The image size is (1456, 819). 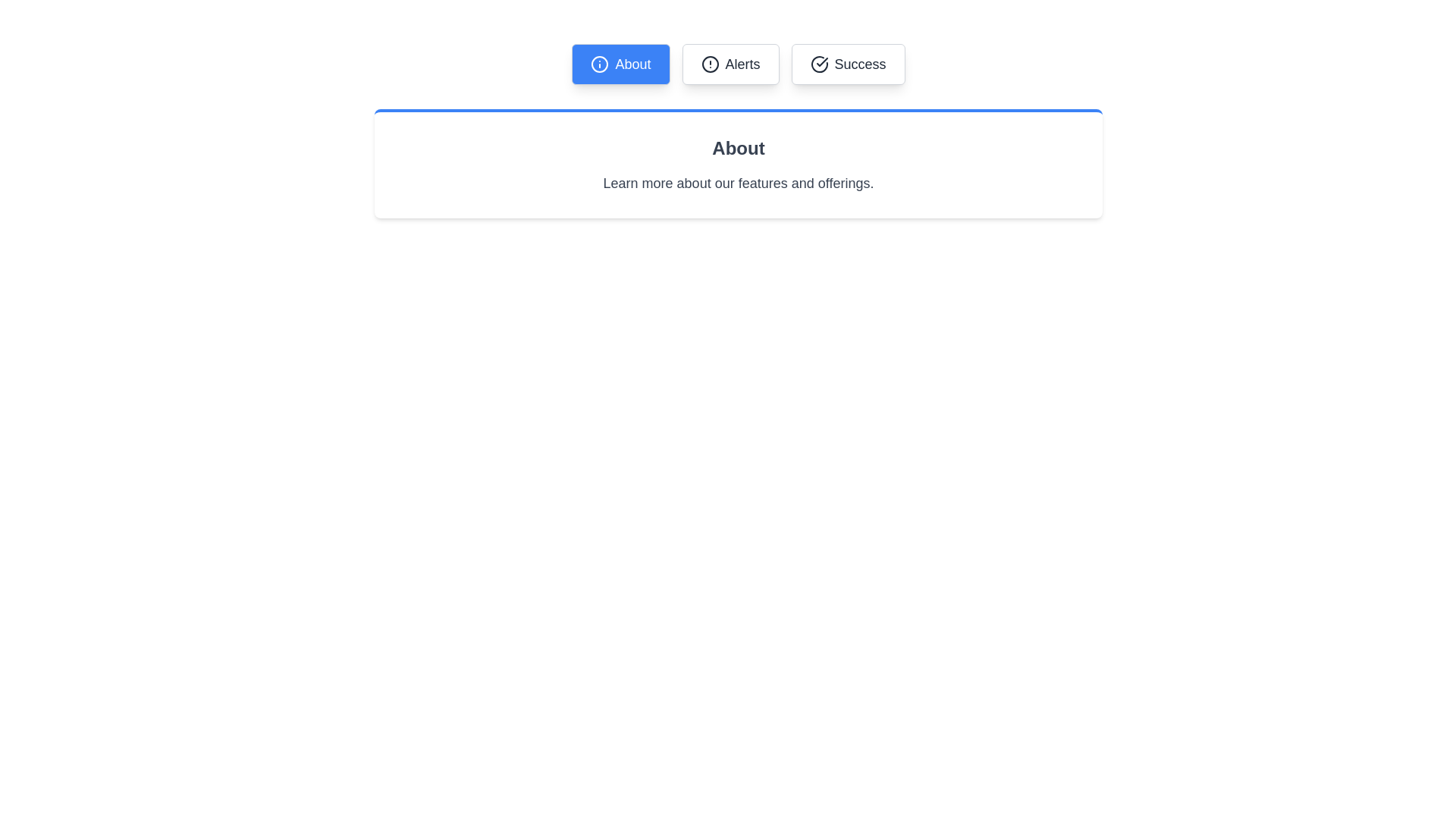 What do you see at coordinates (599, 63) in the screenshot?
I see `information icon located inside the 'About' button at the top left corner of the interface to view its details` at bounding box center [599, 63].